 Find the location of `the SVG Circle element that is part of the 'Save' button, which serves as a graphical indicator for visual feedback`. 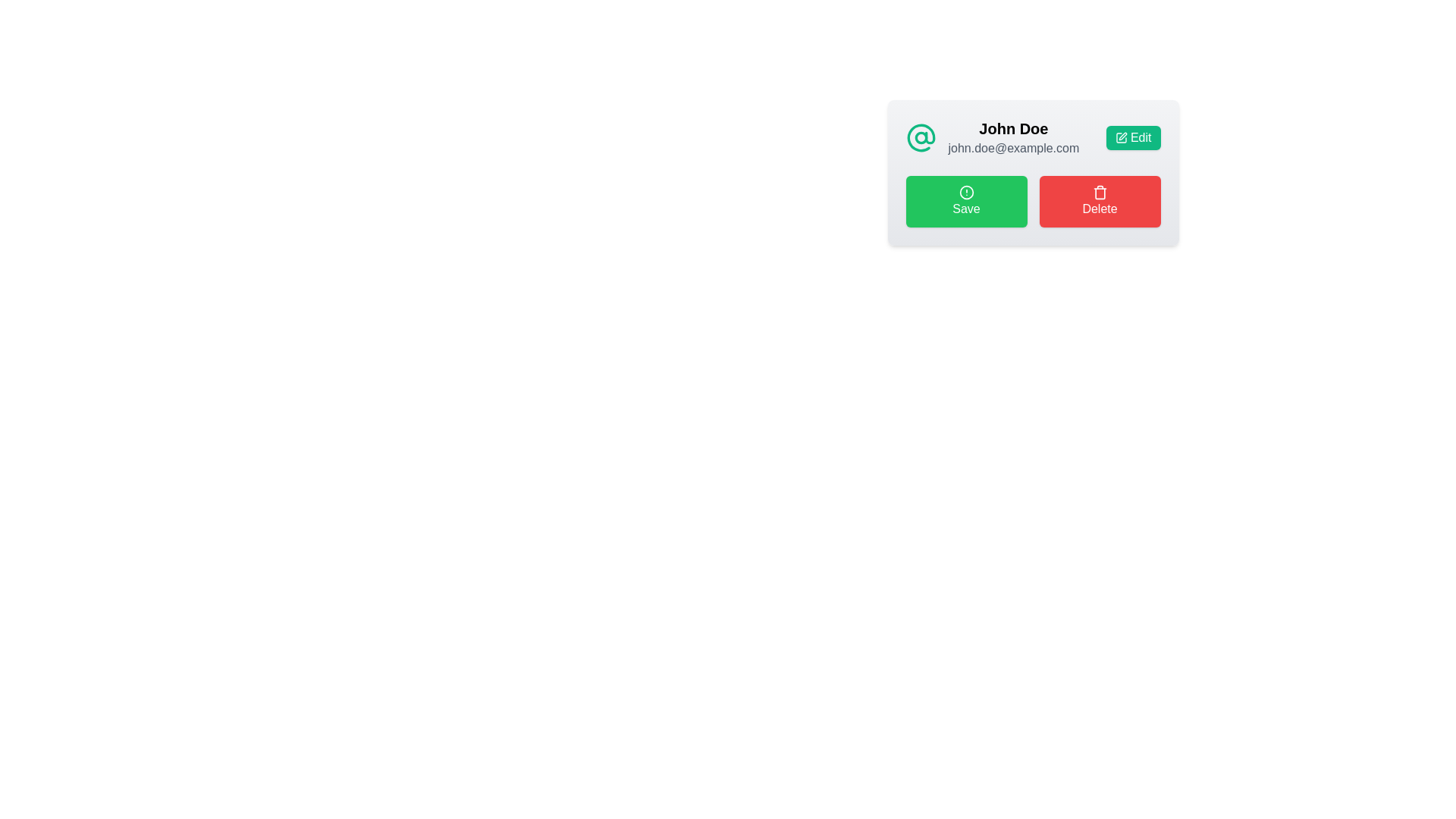

the SVG Circle element that is part of the 'Save' button, which serves as a graphical indicator for visual feedback is located at coordinates (965, 192).